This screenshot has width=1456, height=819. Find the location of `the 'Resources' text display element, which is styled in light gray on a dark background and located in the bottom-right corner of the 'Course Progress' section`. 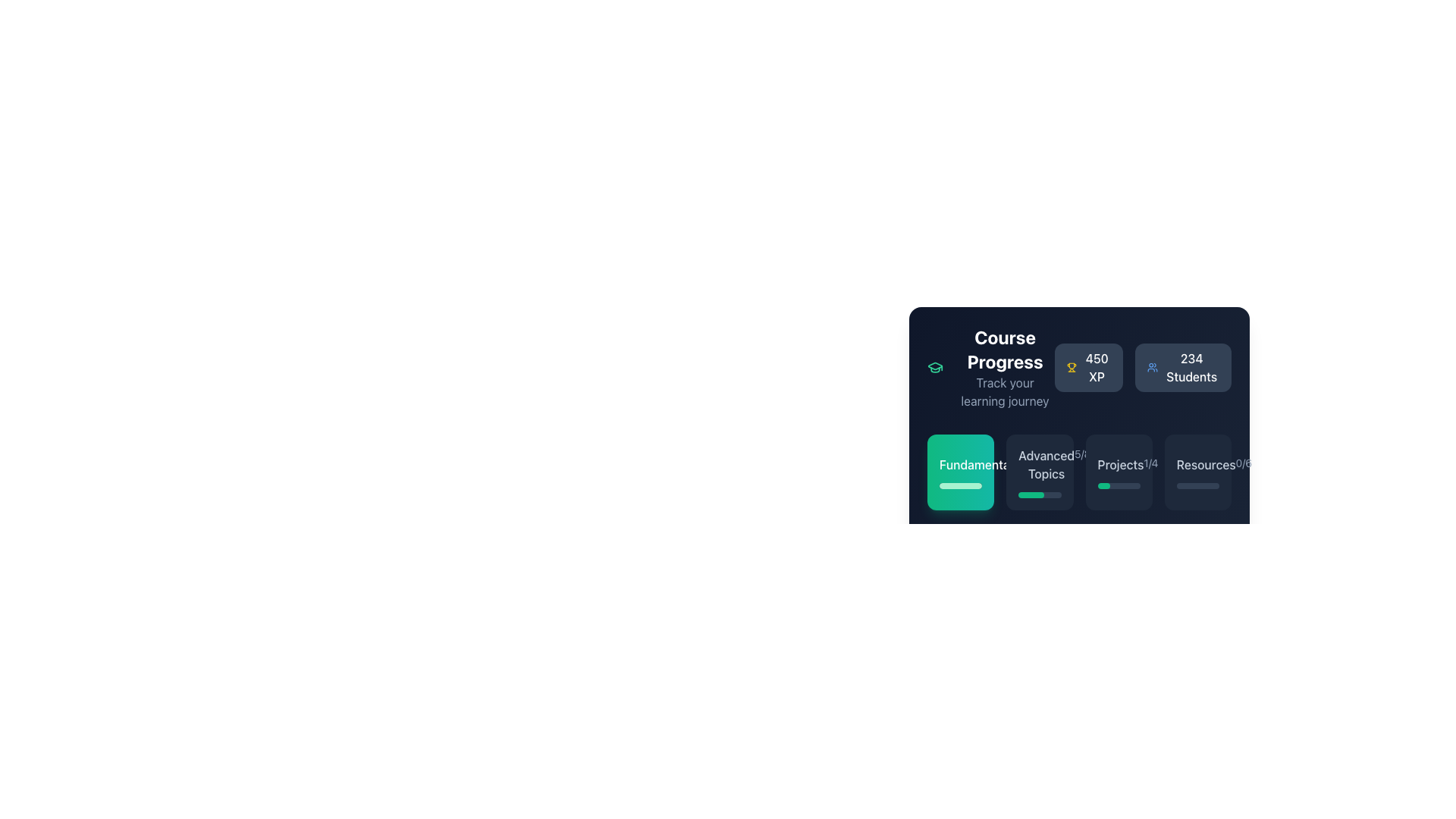

the 'Resources' text display element, which is styled in light gray on a dark background and located in the bottom-right corner of the 'Course Progress' section is located at coordinates (1197, 464).